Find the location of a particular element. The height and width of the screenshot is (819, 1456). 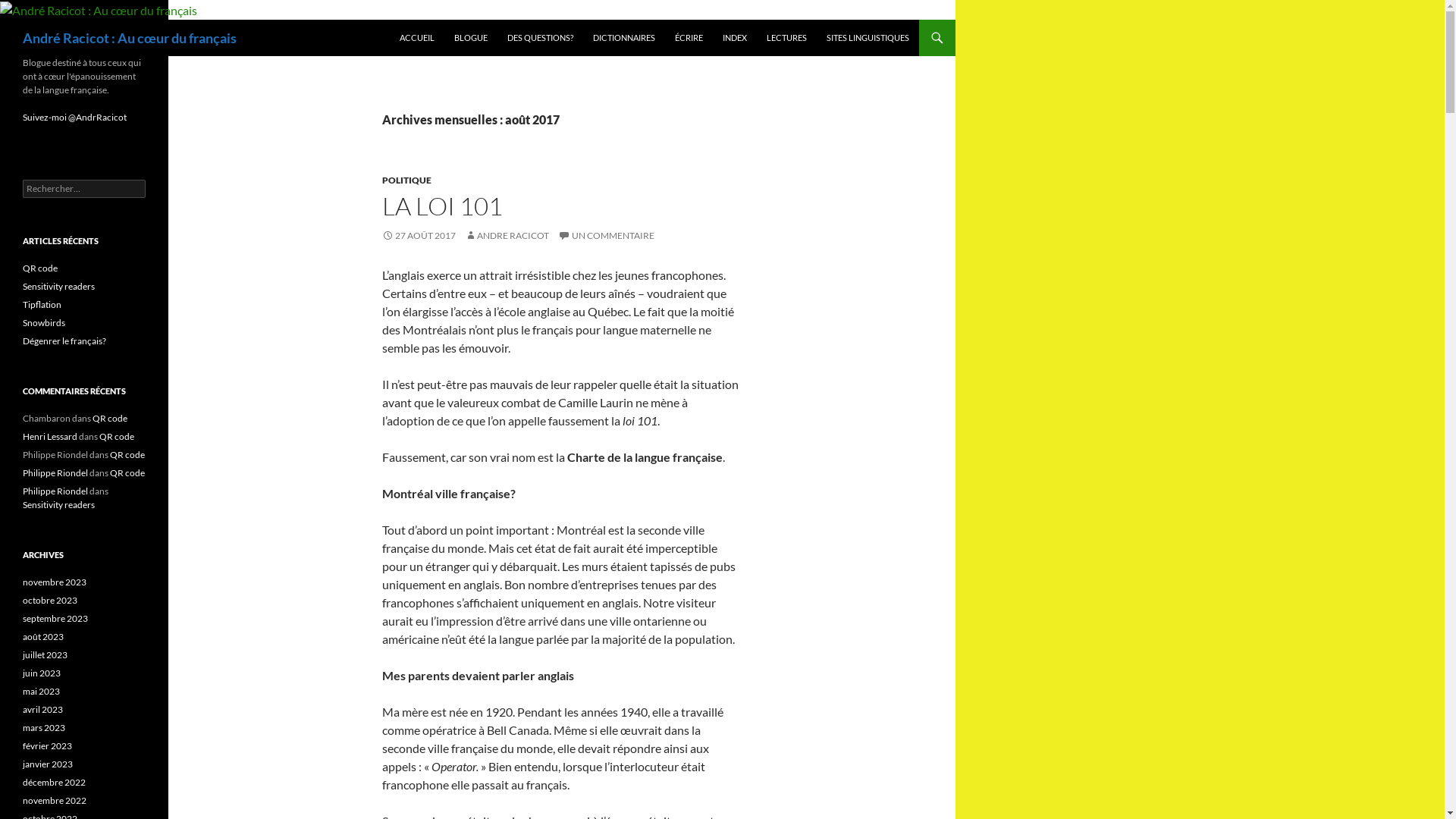

'BLOGUE' is located at coordinates (469, 37).